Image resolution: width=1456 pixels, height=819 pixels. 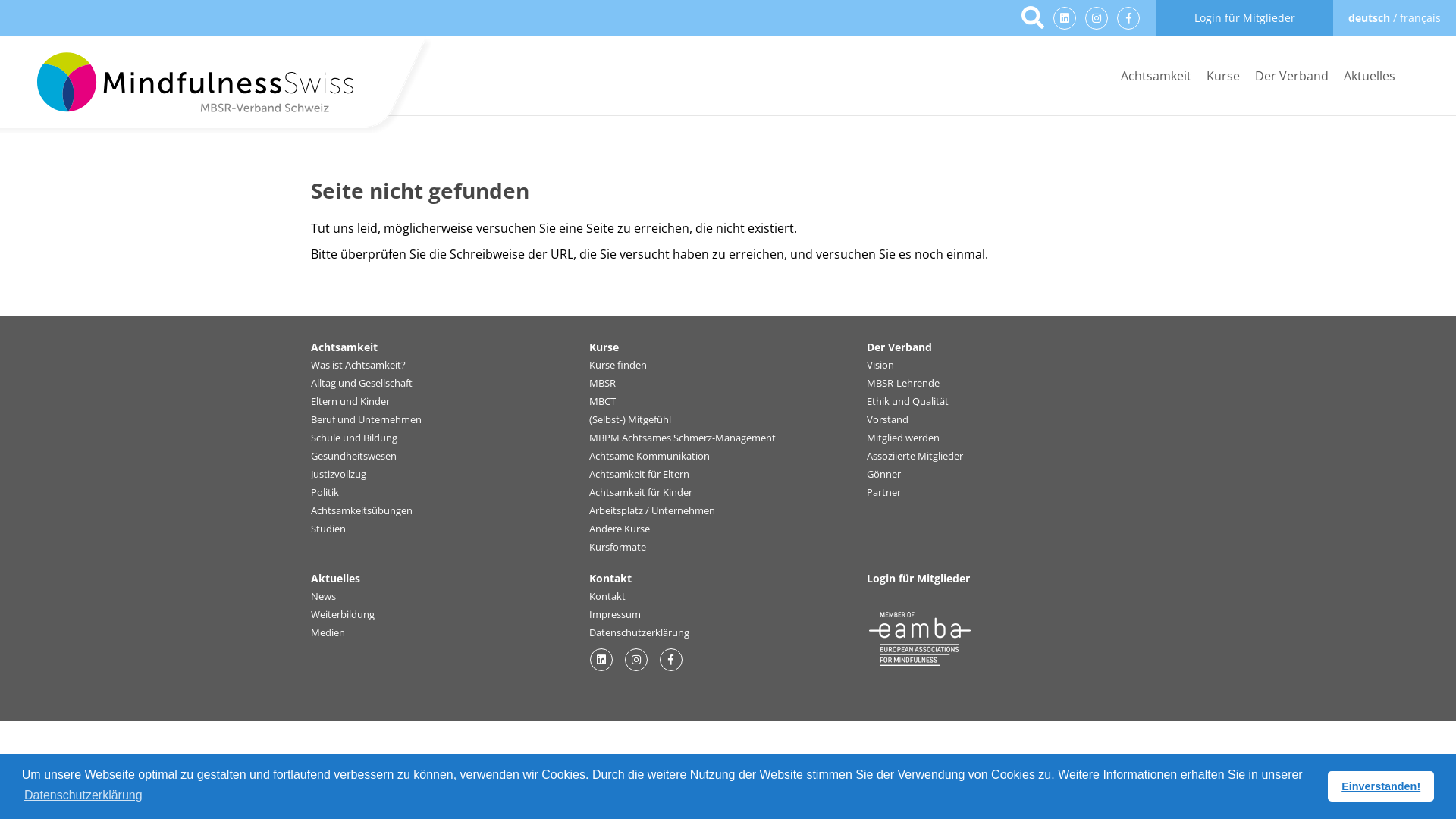 What do you see at coordinates (887, 420) in the screenshot?
I see `'Vorstand'` at bounding box center [887, 420].